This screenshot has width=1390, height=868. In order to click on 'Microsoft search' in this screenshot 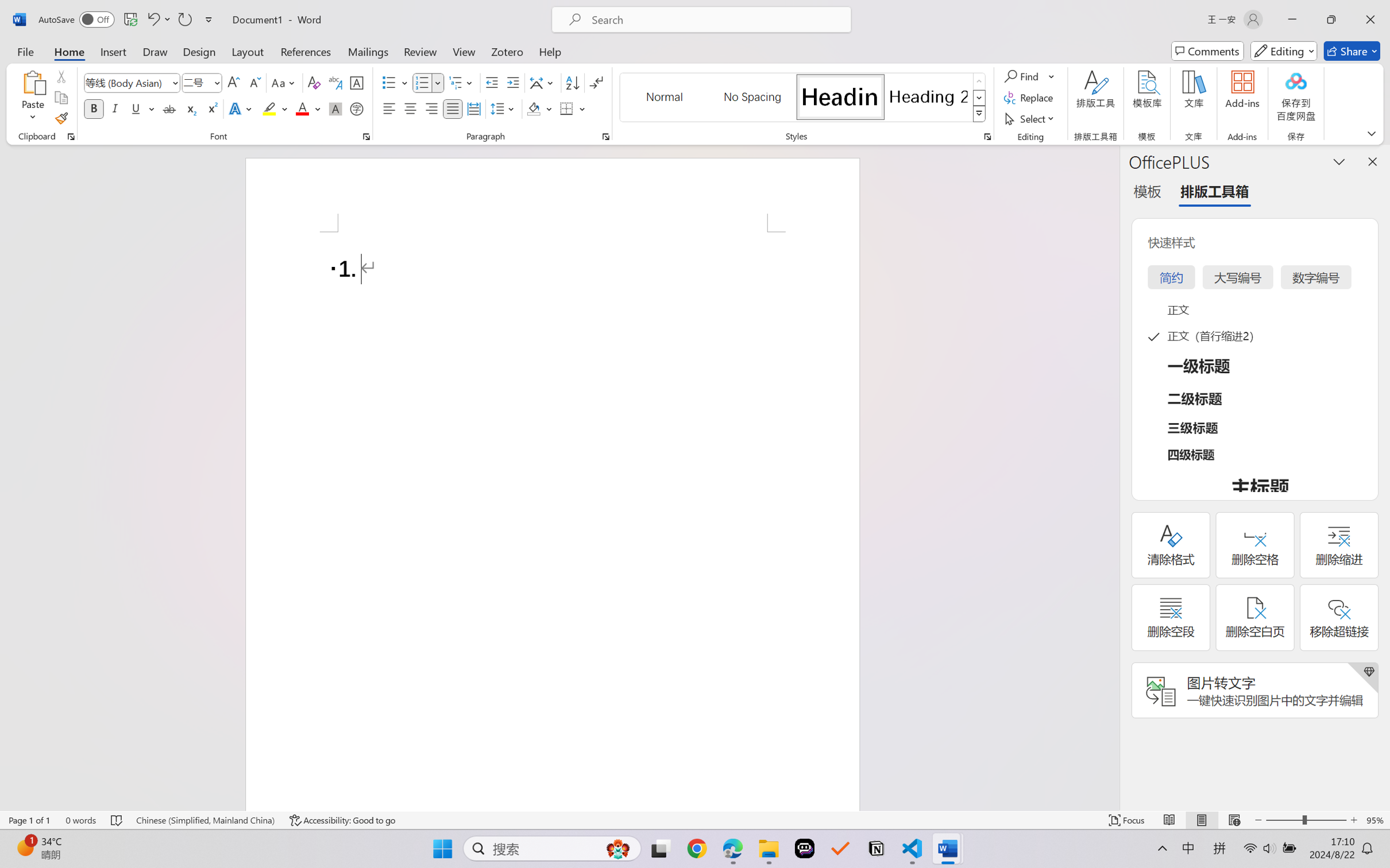, I will do `click(716, 19)`.